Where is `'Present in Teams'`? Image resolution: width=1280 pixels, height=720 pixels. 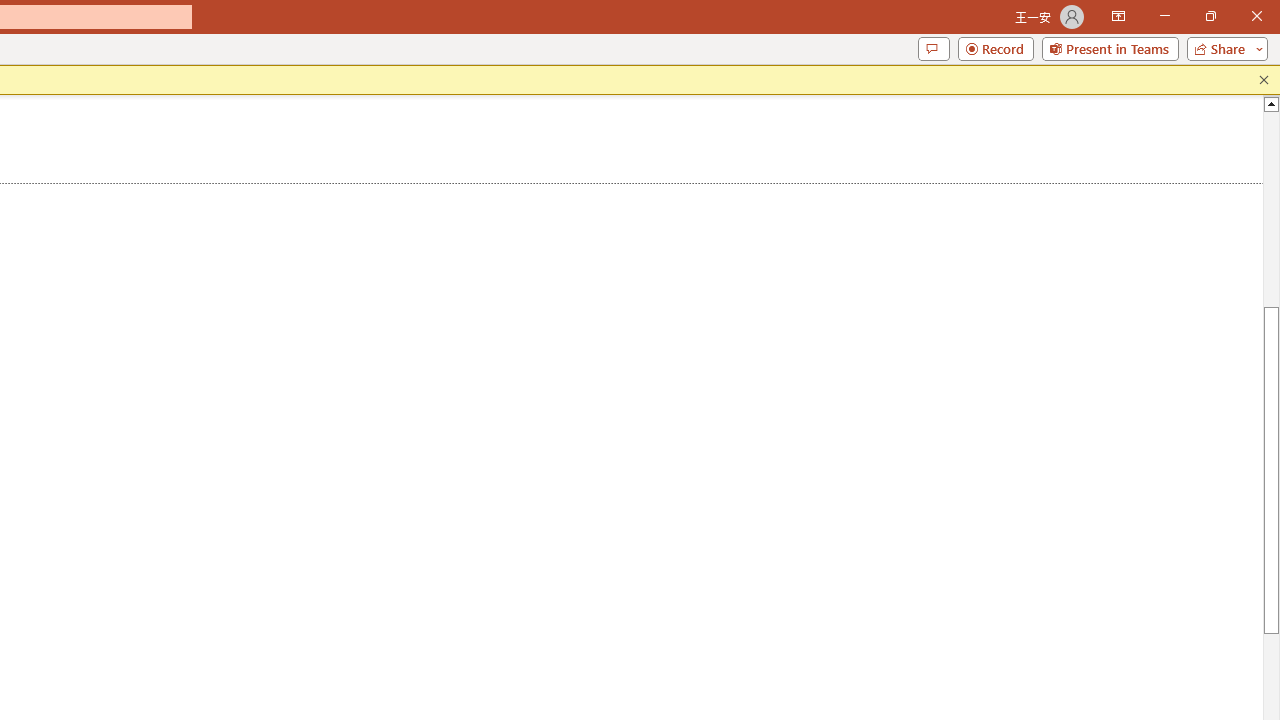
'Present in Teams' is located at coordinates (1109, 47).